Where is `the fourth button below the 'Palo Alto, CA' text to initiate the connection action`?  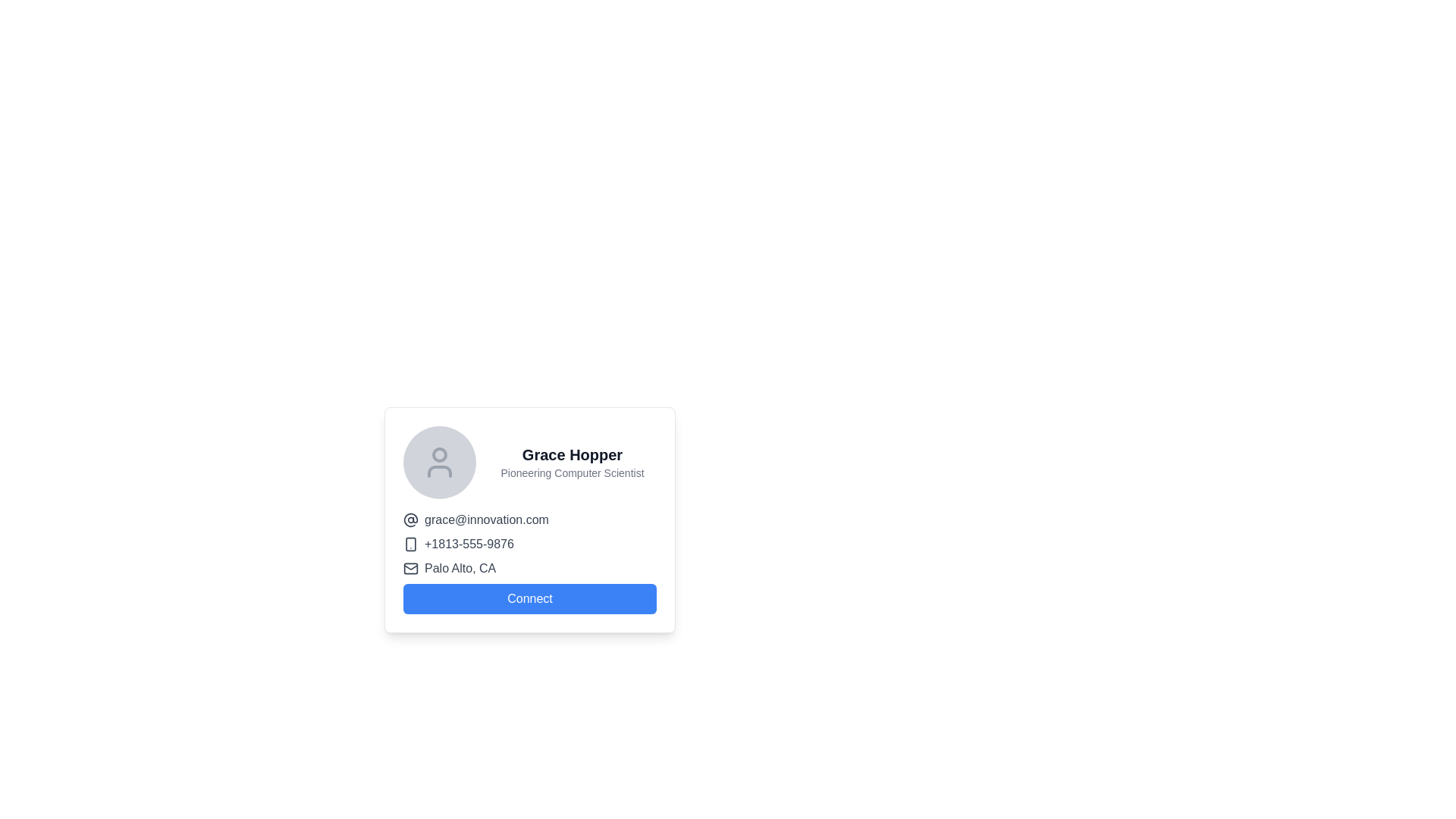 the fourth button below the 'Palo Alto, CA' text to initiate the connection action is located at coordinates (530, 598).